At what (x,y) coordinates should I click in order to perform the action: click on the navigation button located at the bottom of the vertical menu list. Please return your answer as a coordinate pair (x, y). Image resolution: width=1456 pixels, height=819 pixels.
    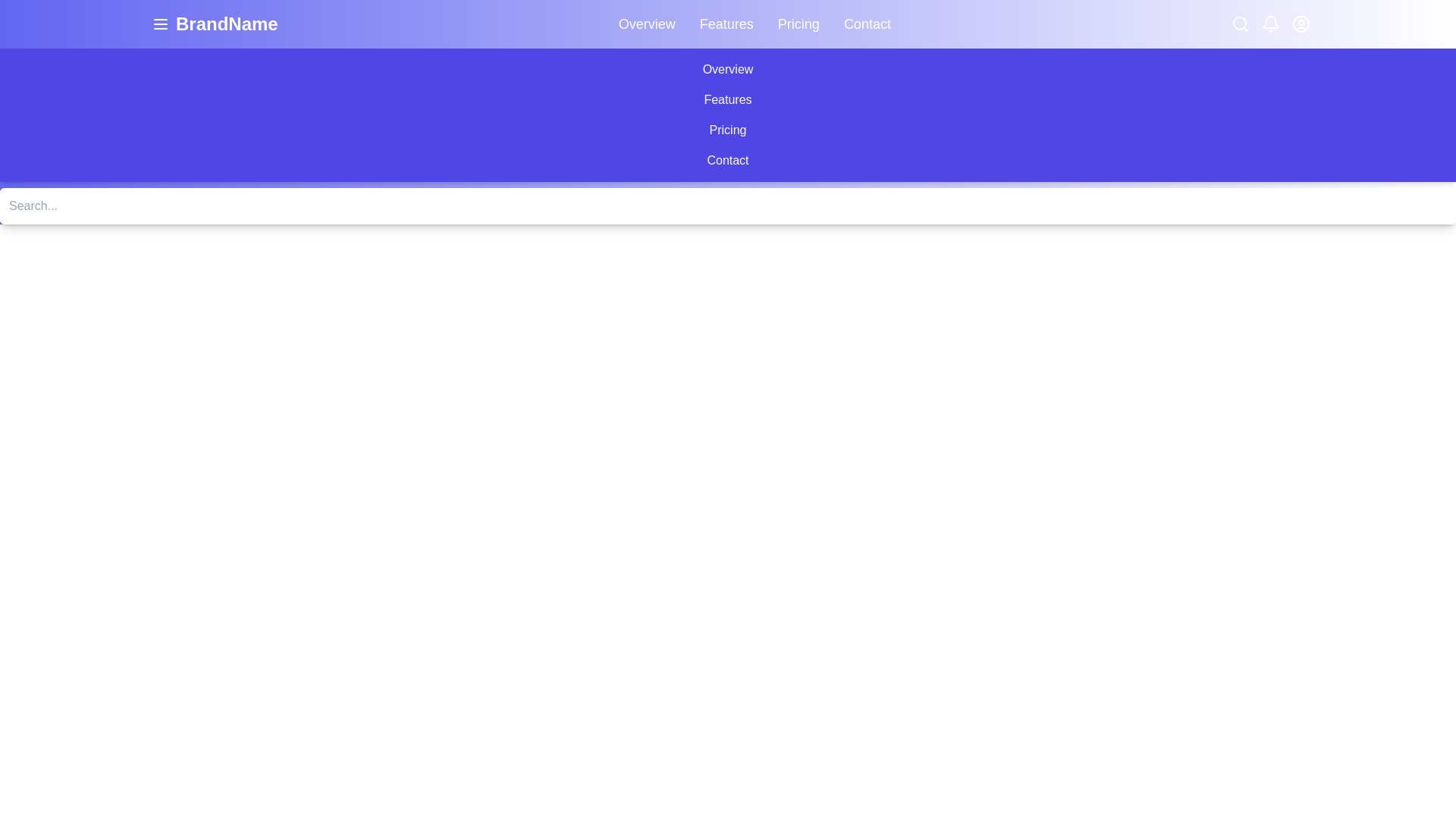
    Looking at the image, I should click on (728, 161).